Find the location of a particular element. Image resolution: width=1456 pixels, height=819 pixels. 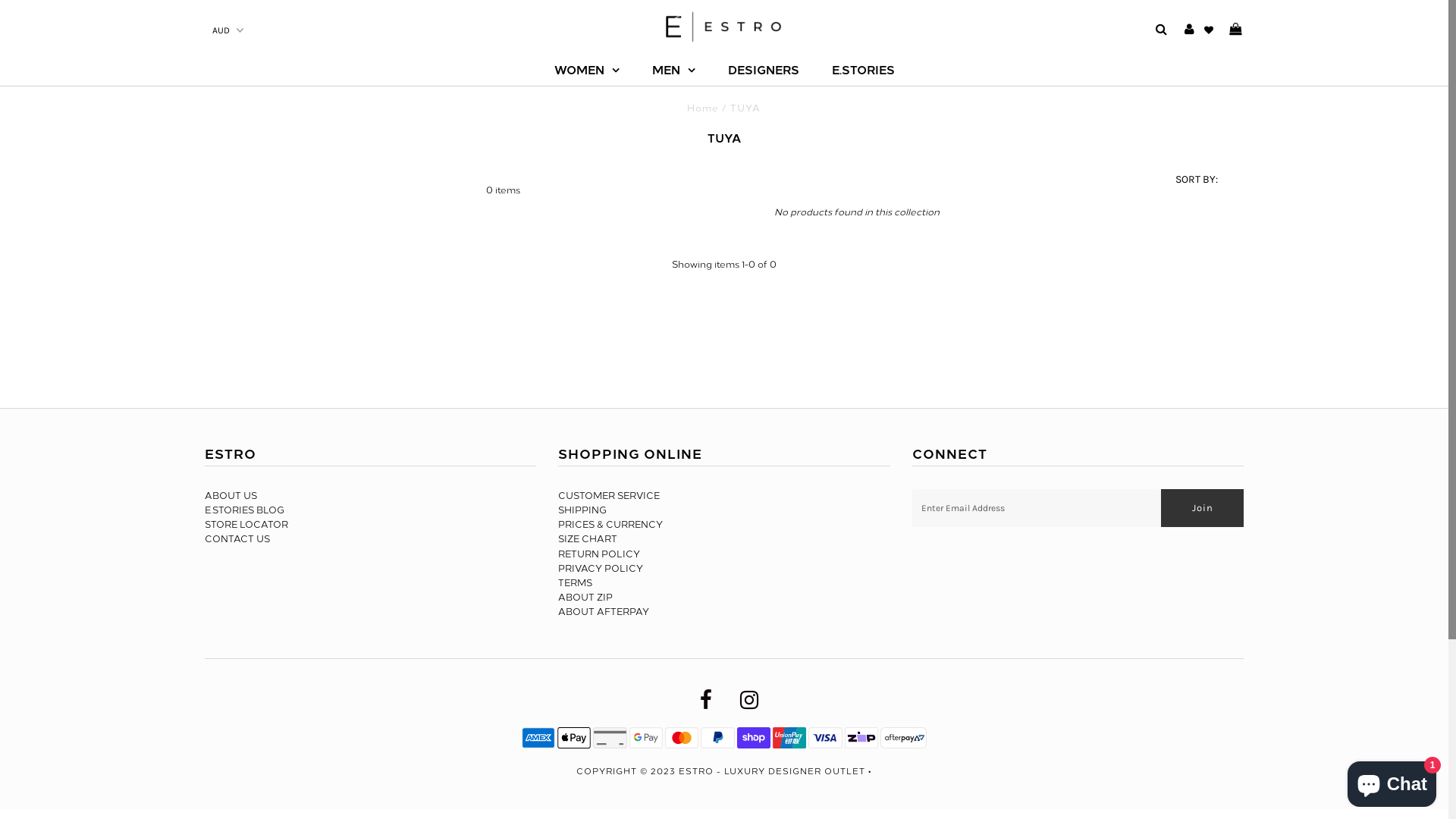

'TERMS' is located at coordinates (574, 582).